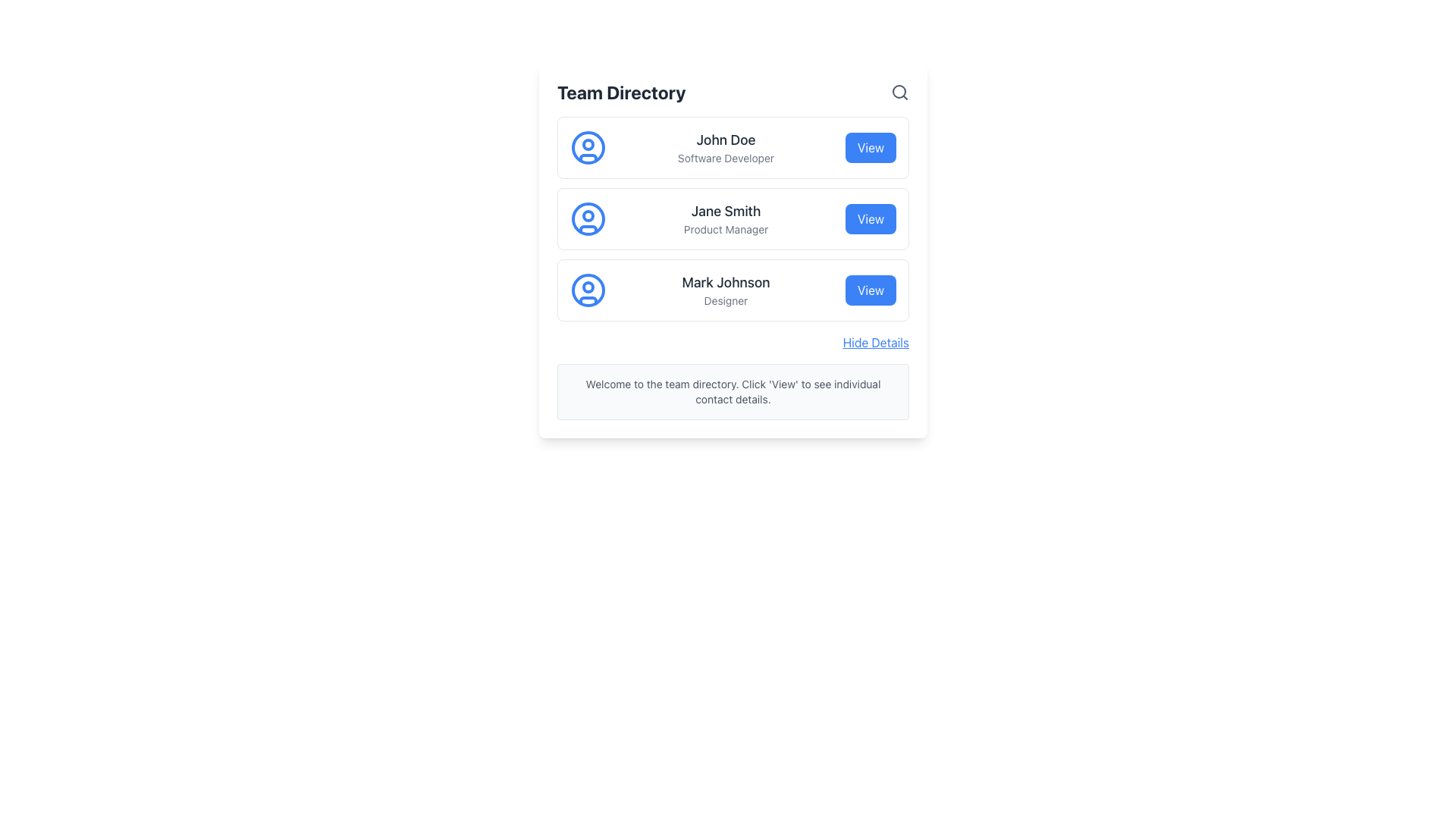 This screenshot has height=819, width=1456. Describe the element at coordinates (871, 219) in the screenshot. I see `the blue 'View' button with white text located in the second row of the 'Team Directory', positioned to the far-right of the row next to the user profile icon` at that location.